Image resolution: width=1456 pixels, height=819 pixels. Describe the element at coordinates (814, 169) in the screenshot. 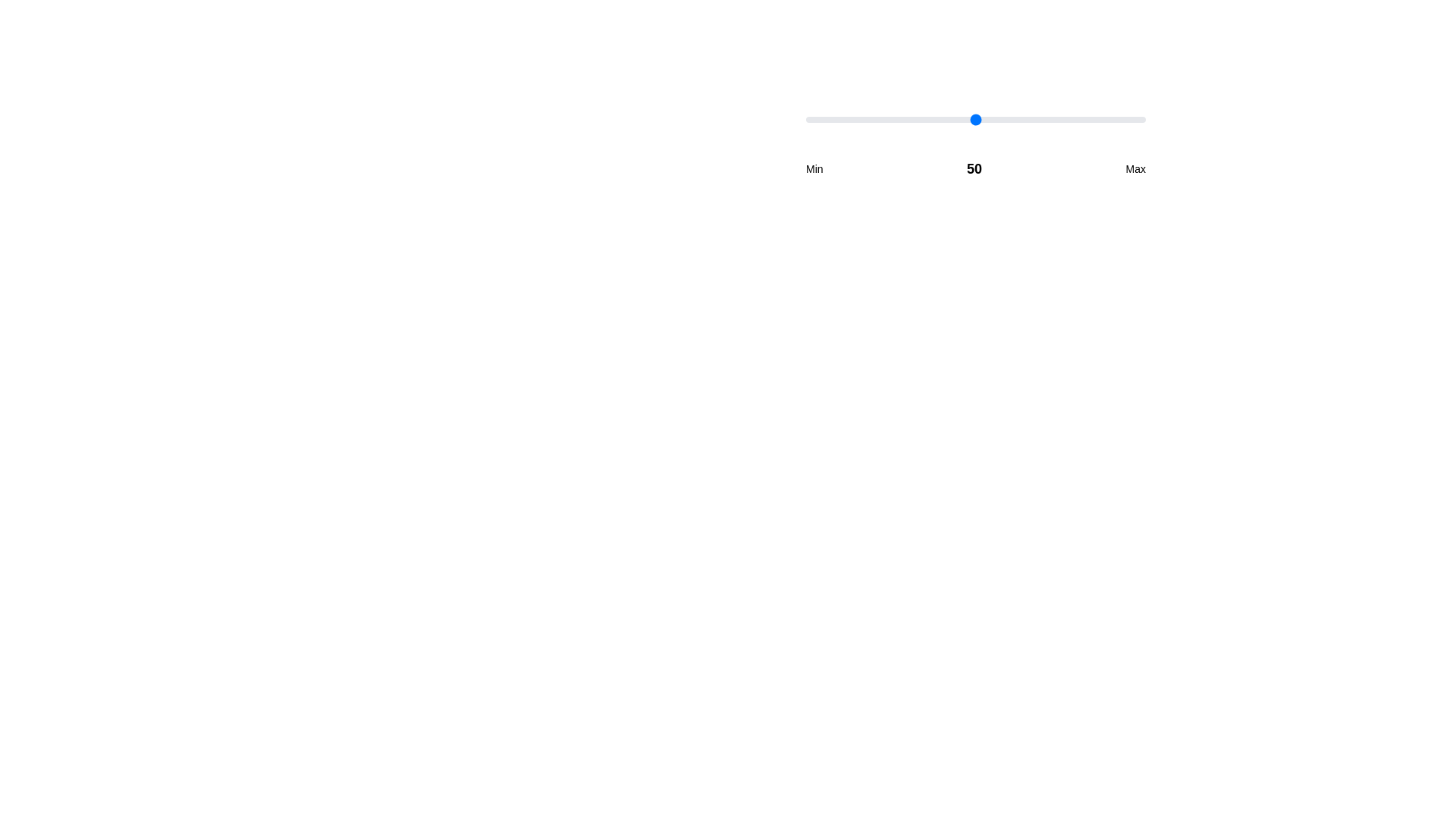

I see `the minimum value label located at the far left of the range slider, next to the bold '50' text and the 'Max' label on the right` at that location.